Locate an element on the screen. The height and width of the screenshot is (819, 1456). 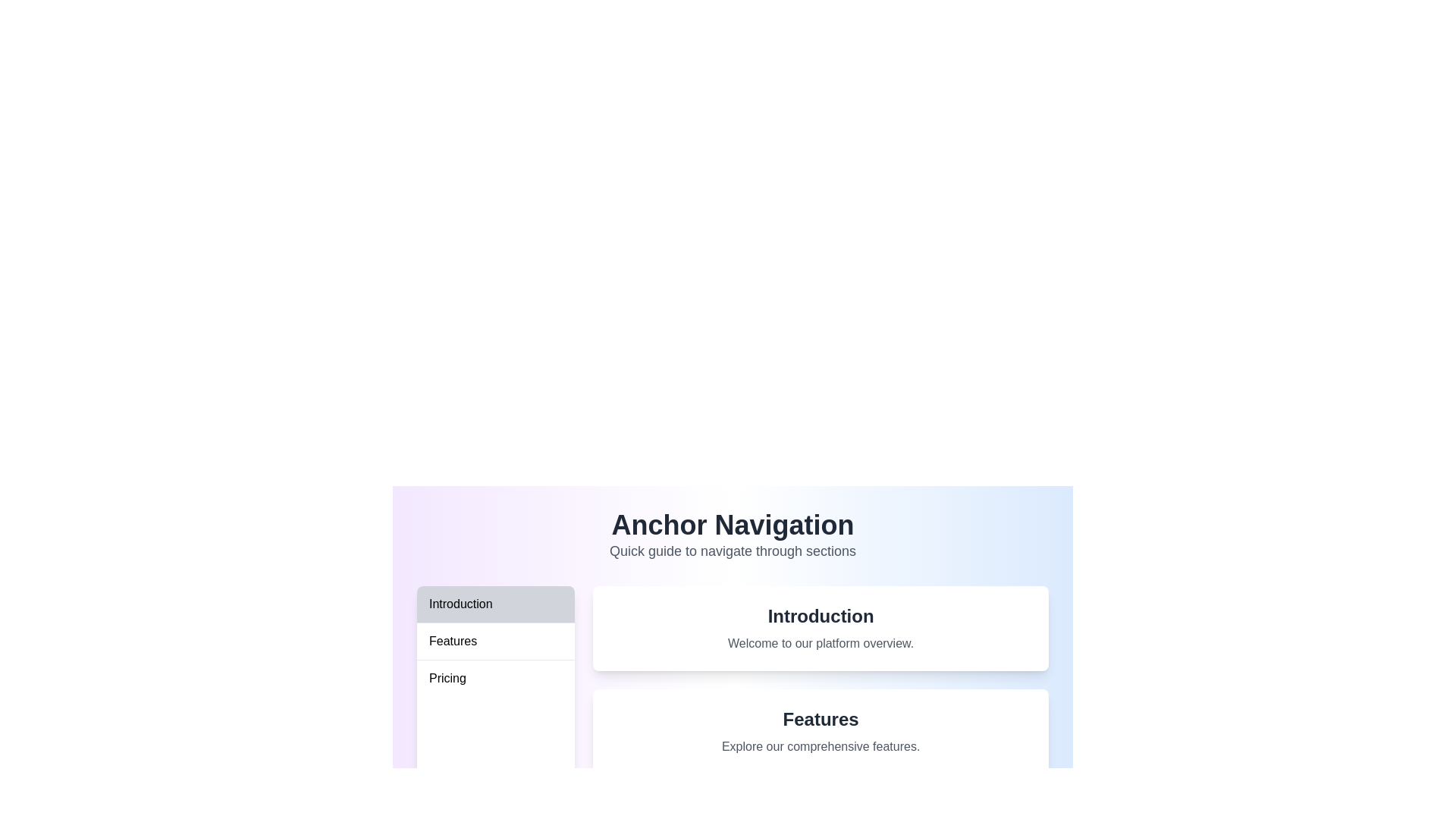
the Header element that serves as a section title or introductory header, which is centrally aligned and located at the top middle portion of the page is located at coordinates (733, 535).